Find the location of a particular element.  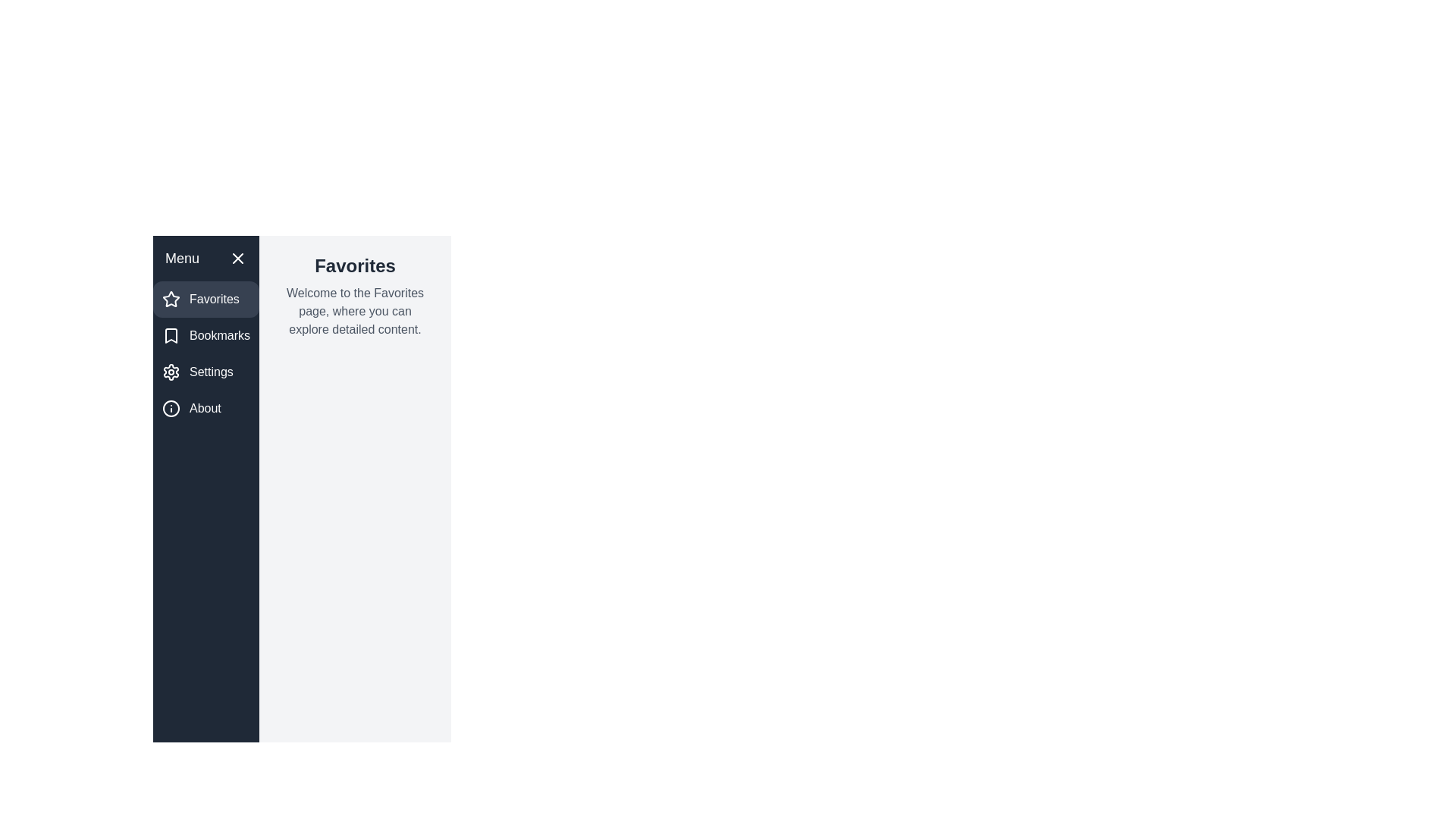

the 'Bookmarks' text label in the vertical menu on the left side of the interface is located at coordinates (219, 335).